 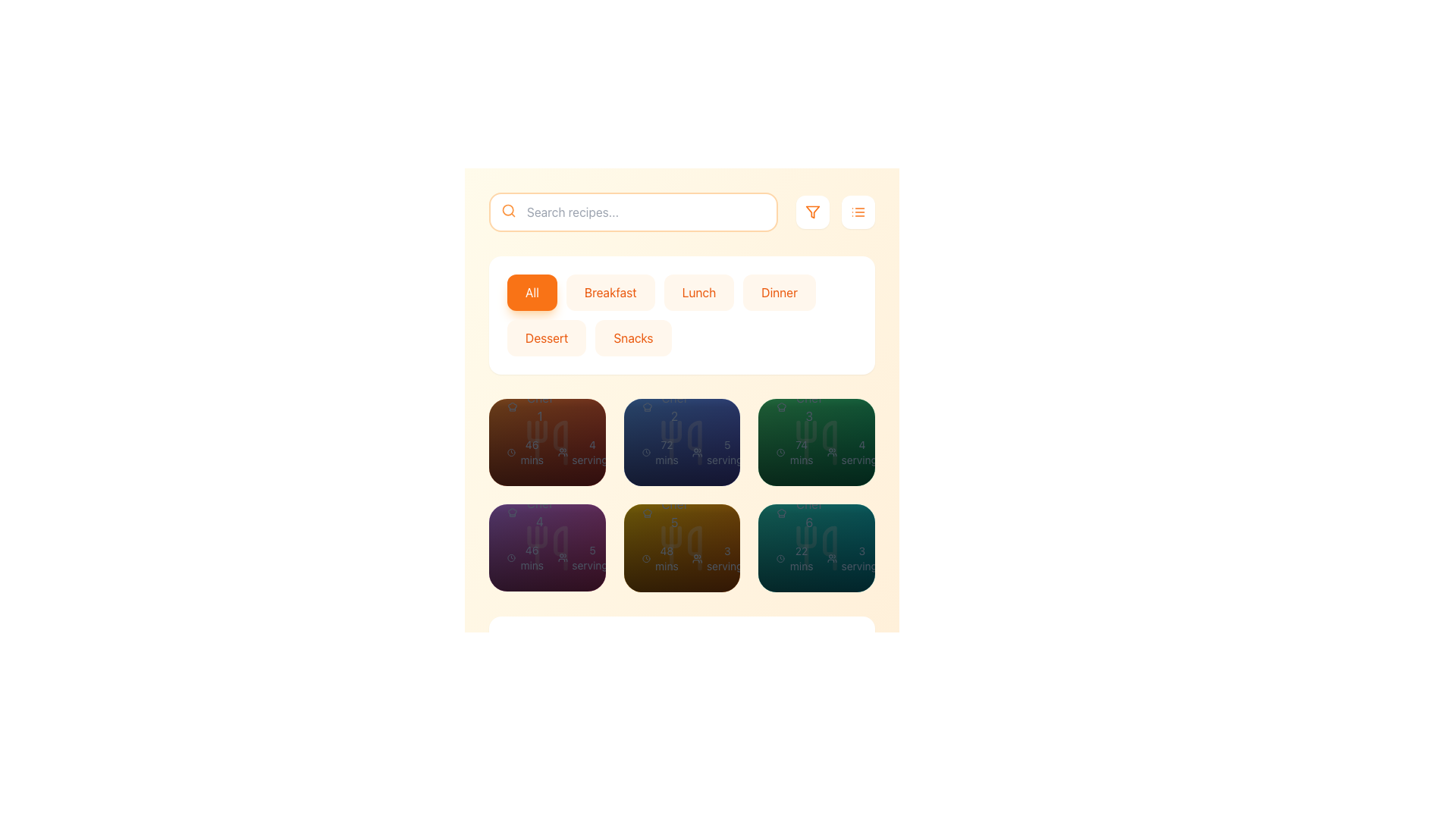 I want to click on duration displayed next to the clock icon, which indicates the recipe preparation time as '46 mins', so click(x=526, y=558).